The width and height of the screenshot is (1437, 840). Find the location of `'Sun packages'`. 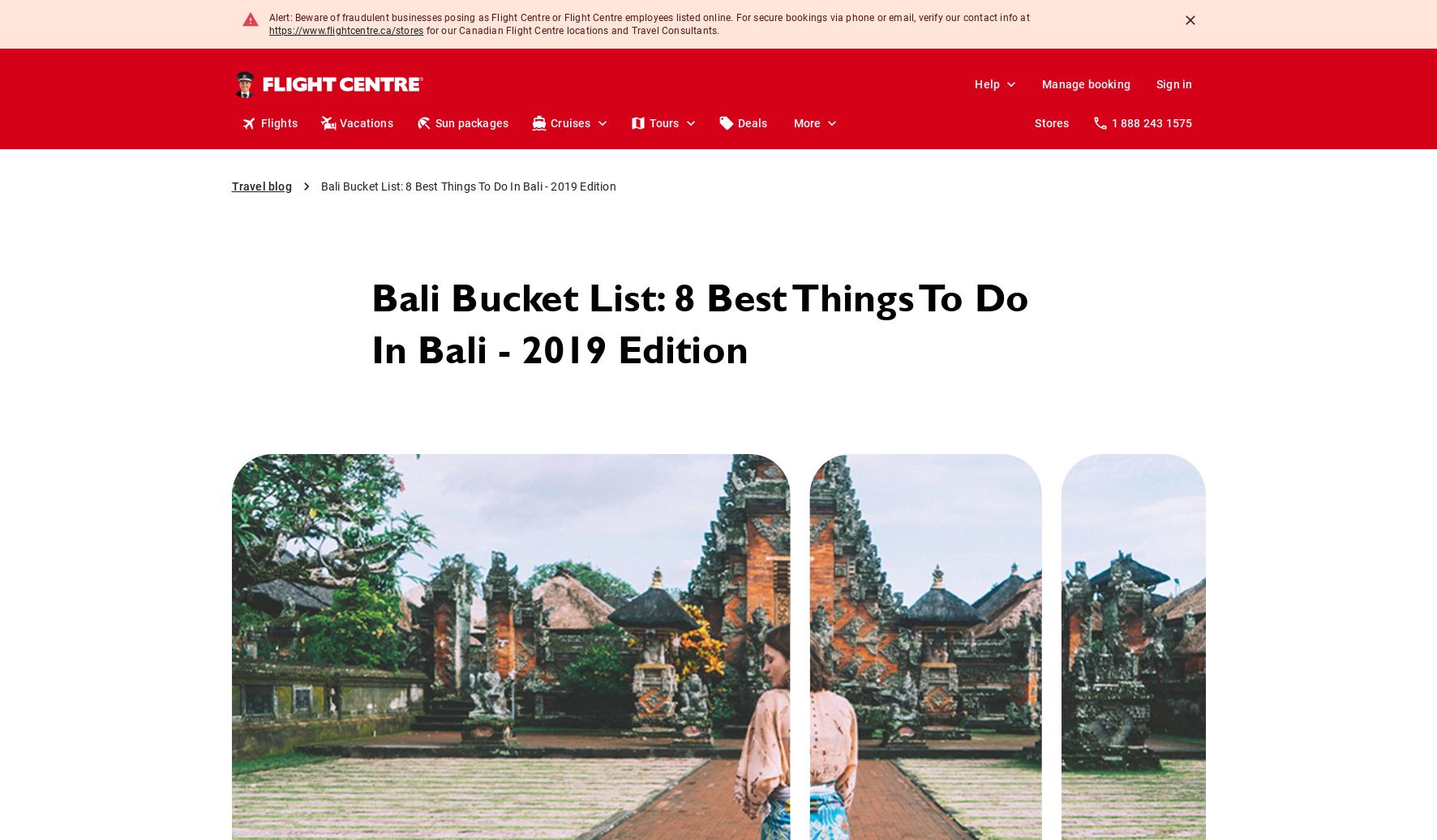

'Sun packages' is located at coordinates (434, 122).